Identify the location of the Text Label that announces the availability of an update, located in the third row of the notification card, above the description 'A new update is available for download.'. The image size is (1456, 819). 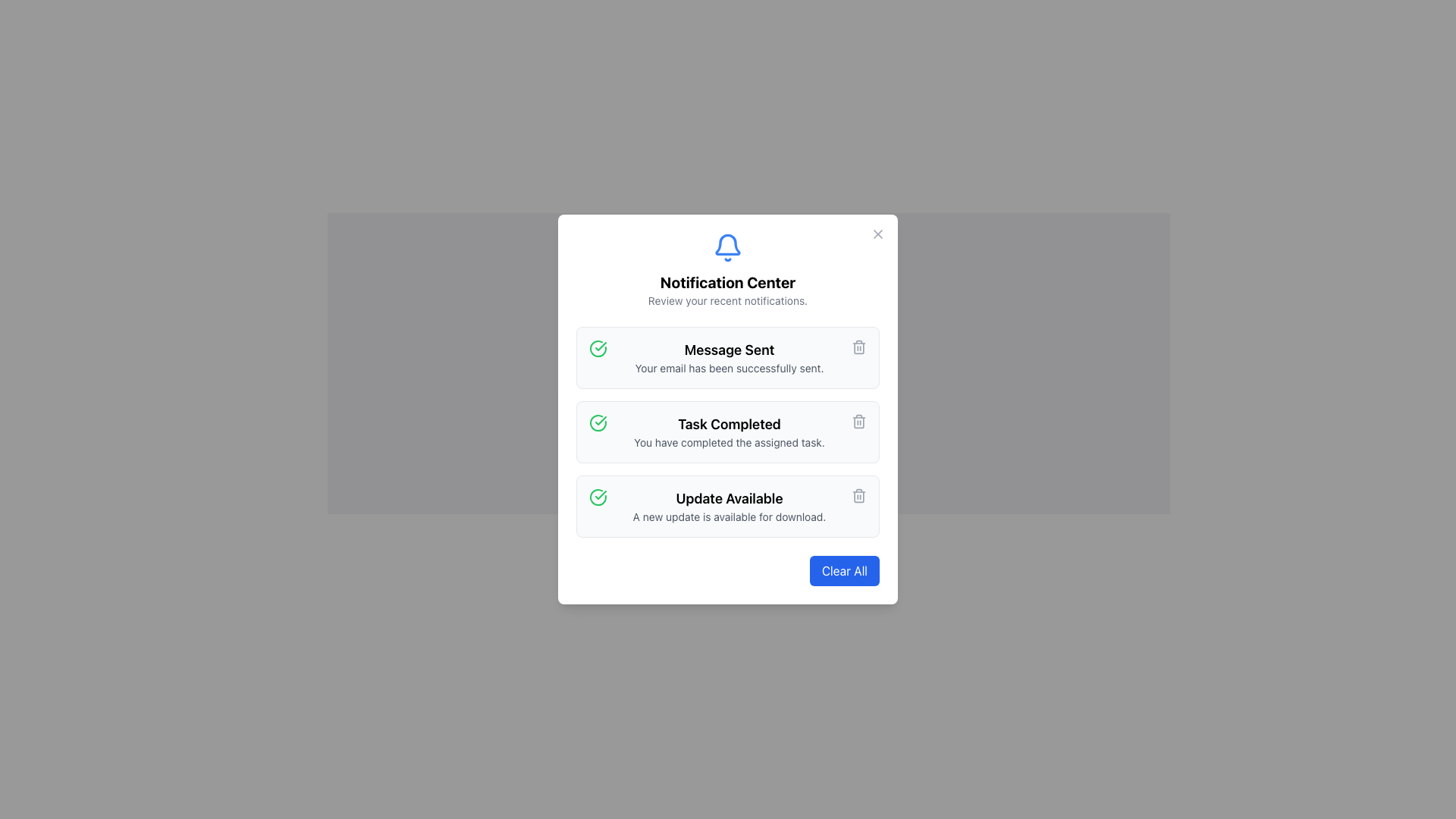
(729, 499).